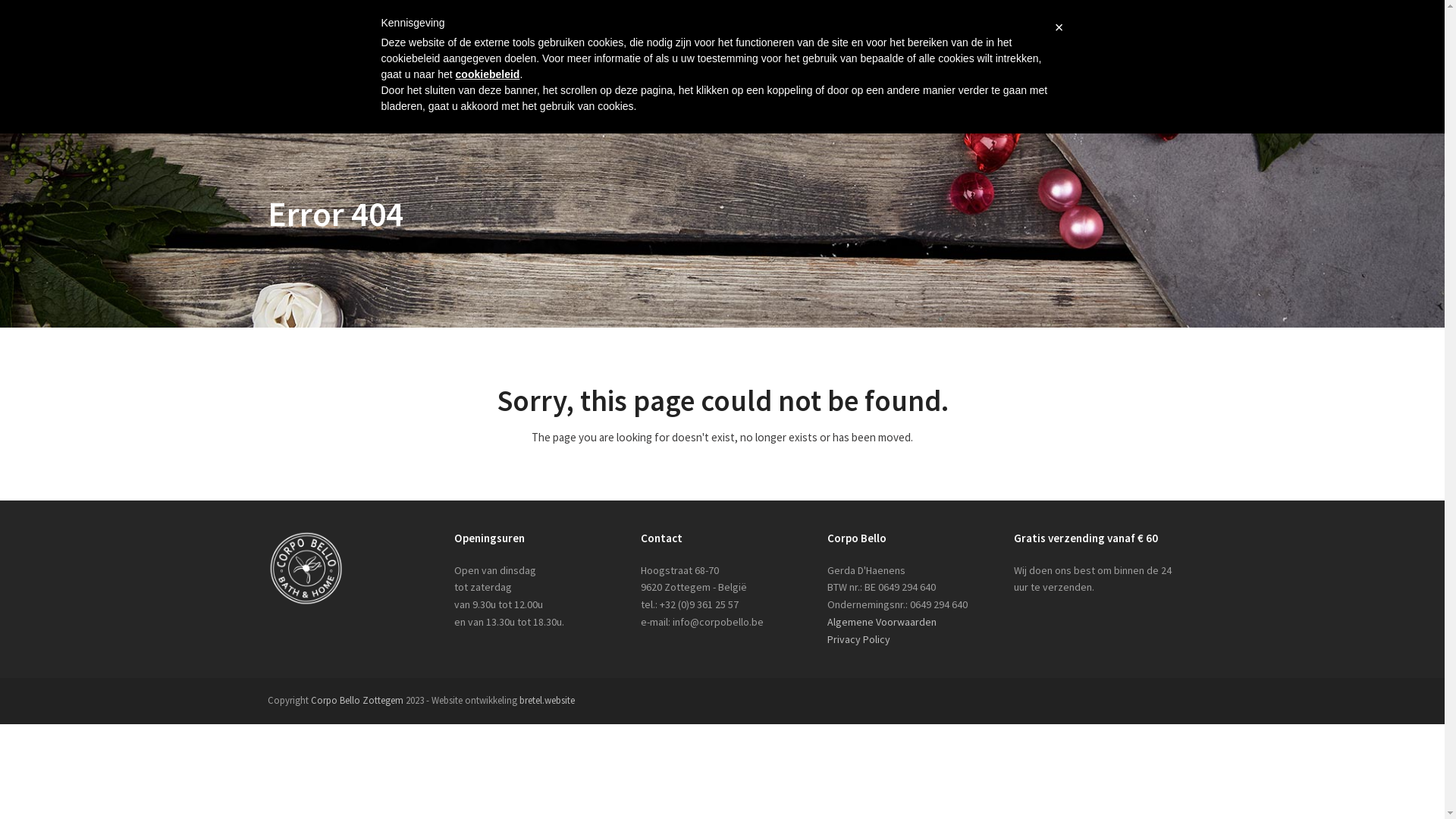 Image resolution: width=1456 pixels, height=819 pixels. What do you see at coordinates (356, 700) in the screenshot?
I see `'Corpo Bello Zottegem'` at bounding box center [356, 700].